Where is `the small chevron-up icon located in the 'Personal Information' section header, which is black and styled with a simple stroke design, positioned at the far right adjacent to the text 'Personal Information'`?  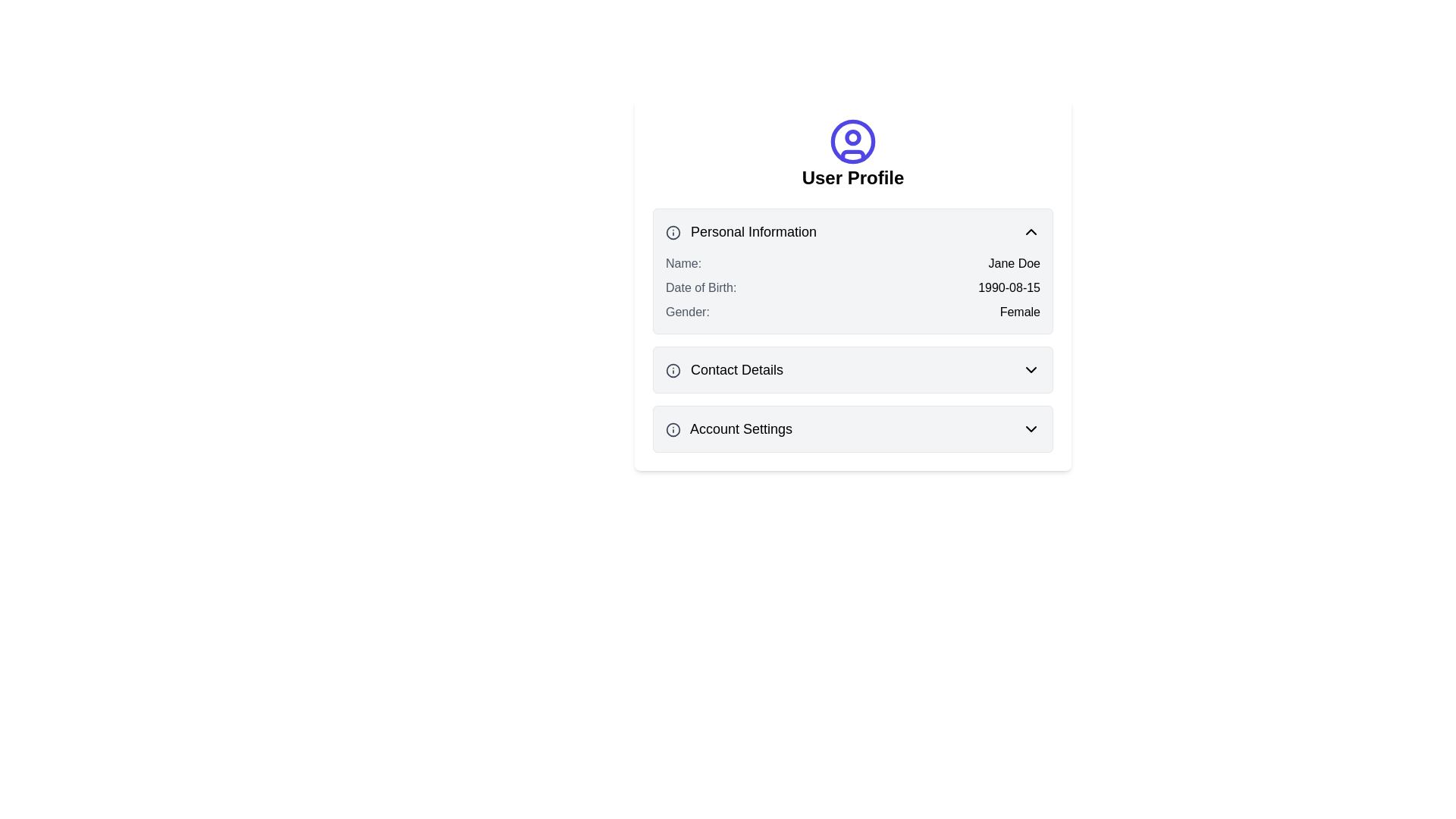
the small chevron-up icon located in the 'Personal Information' section header, which is black and styled with a simple stroke design, positioned at the far right adjacent to the text 'Personal Information' is located at coordinates (1031, 231).